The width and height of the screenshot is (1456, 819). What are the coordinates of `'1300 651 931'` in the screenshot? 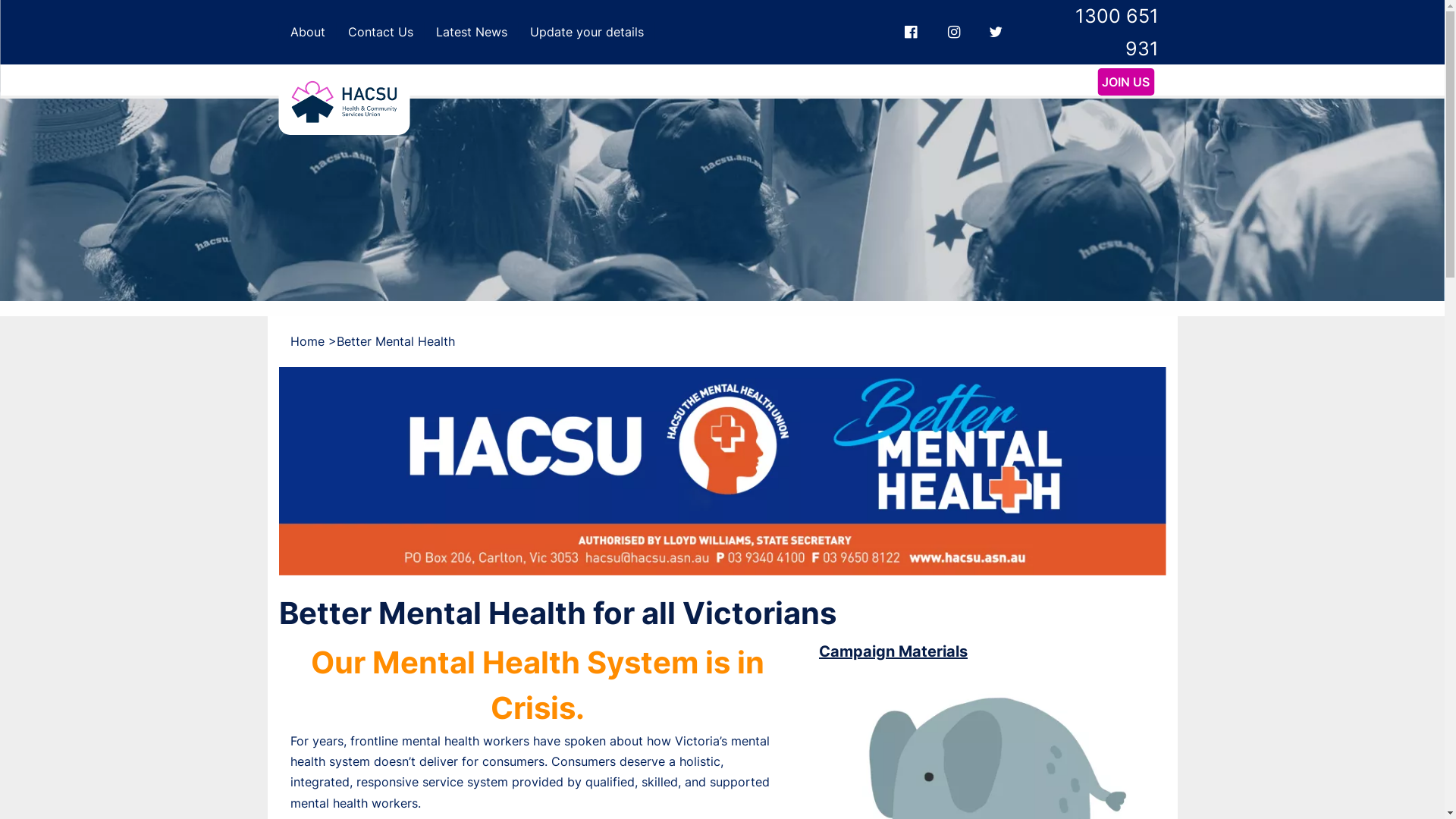 It's located at (1098, 32).